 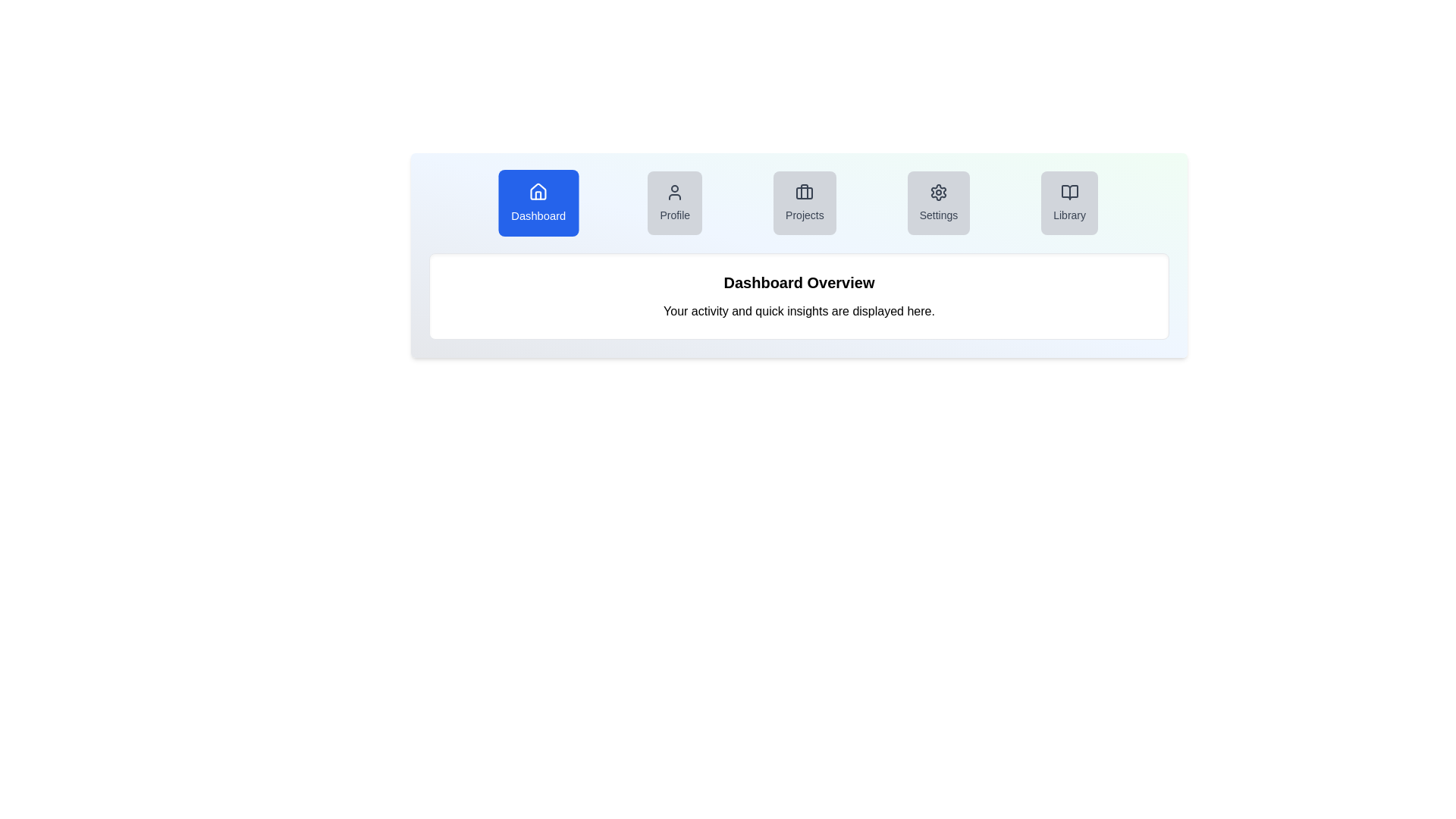 I want to click on the settings icon, which is centrally located within the 'Settings' button, so click(x=938, y=192).